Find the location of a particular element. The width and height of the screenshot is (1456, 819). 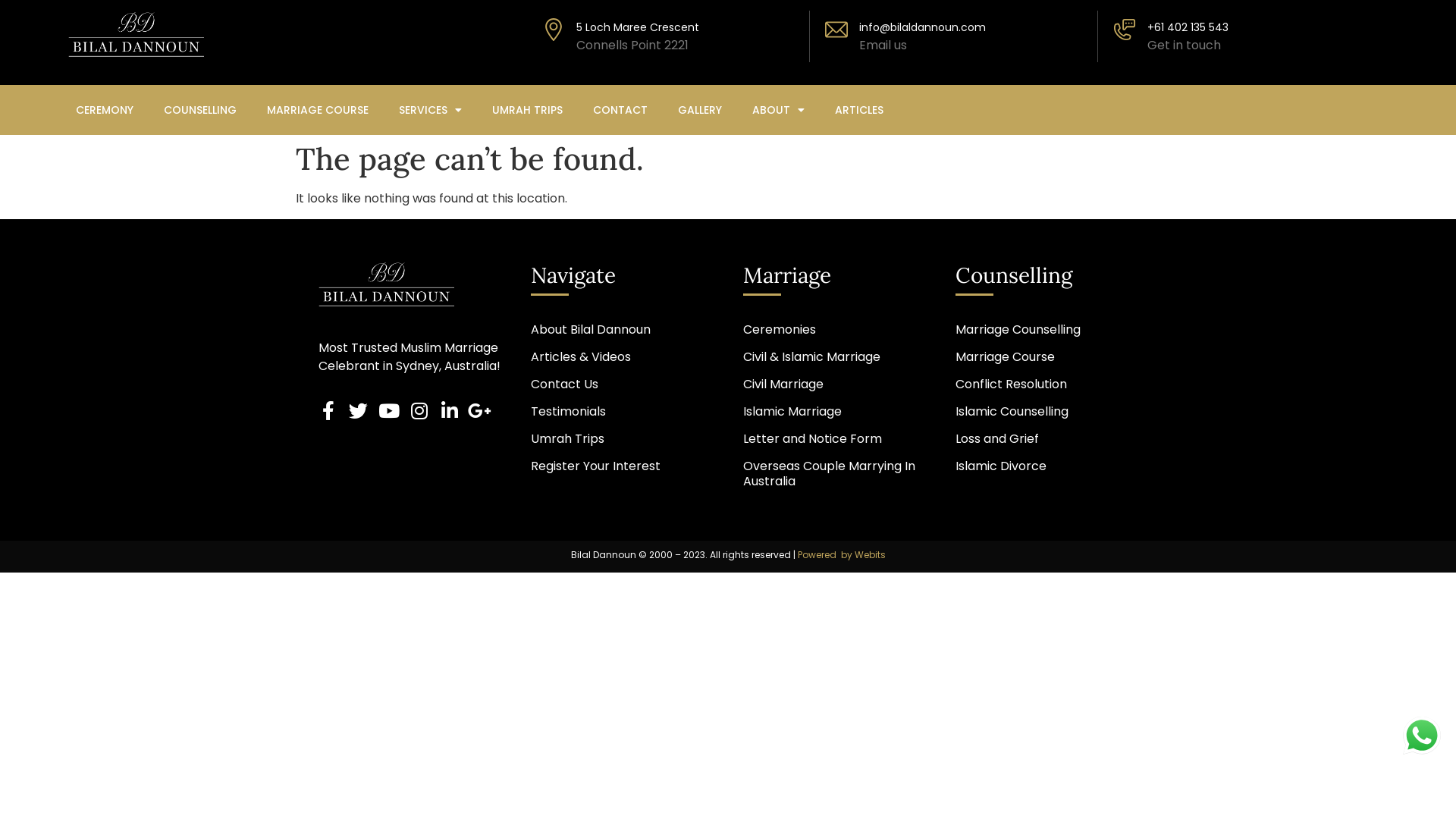

'Umrah Trips' is located at coordinates (622, 438).